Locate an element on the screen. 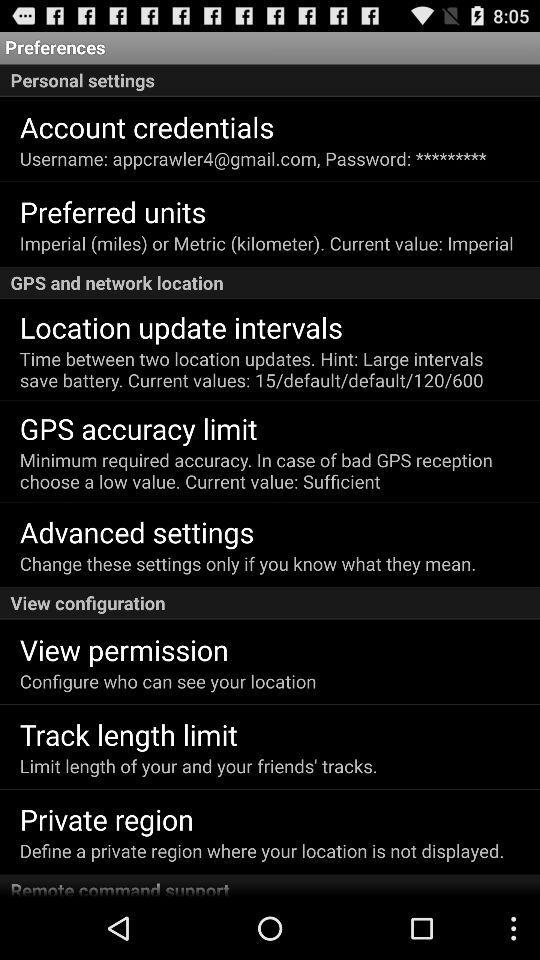 The image size is (540, 960). configure who can item is located at coordinates (167, 681).